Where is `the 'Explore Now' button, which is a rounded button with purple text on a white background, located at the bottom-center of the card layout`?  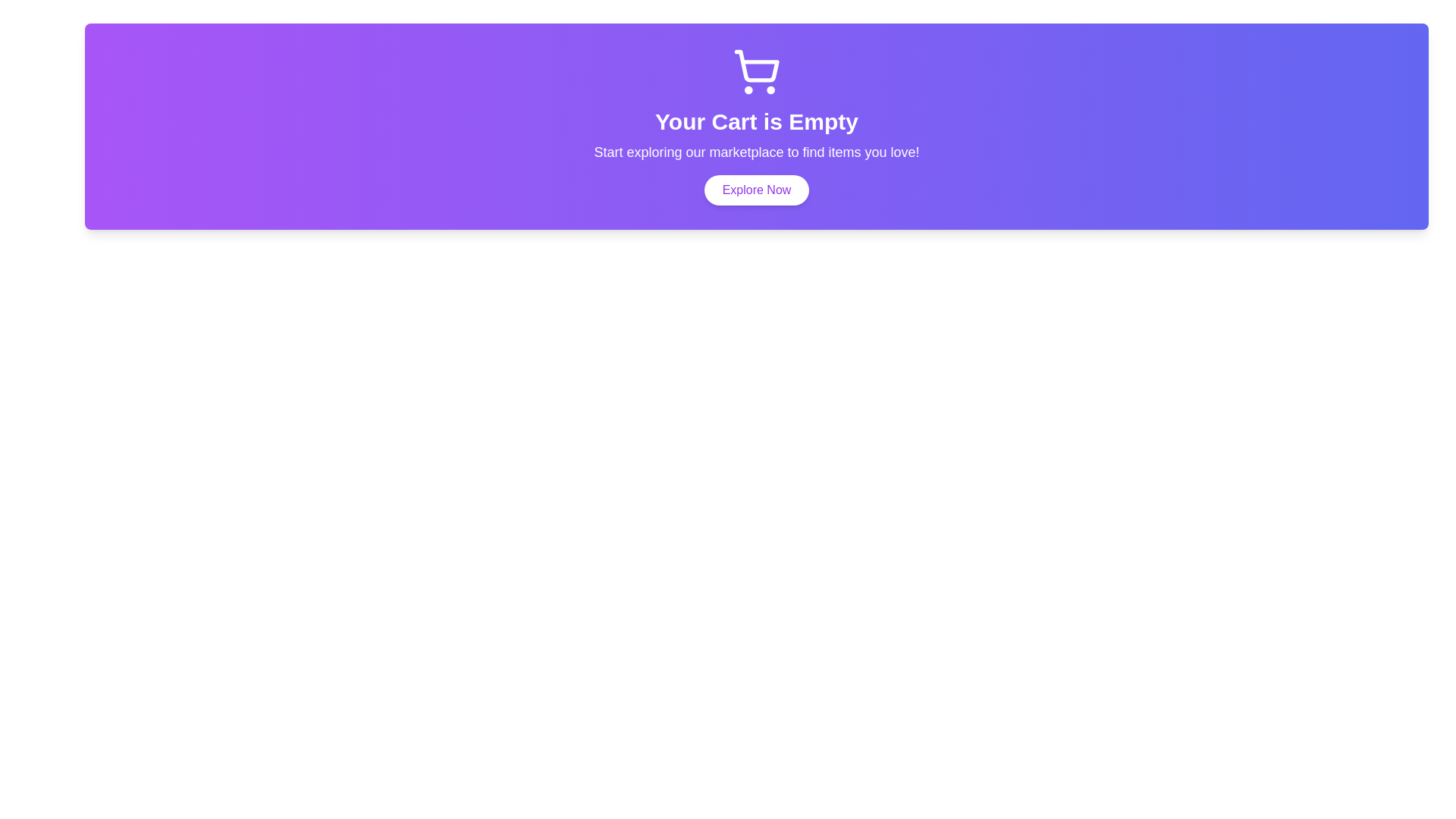 the 'Explore Now' button, which is a rounded button with purple text on a white background, located at the bottom-center of the card layout is located at coordinates (757, 189).